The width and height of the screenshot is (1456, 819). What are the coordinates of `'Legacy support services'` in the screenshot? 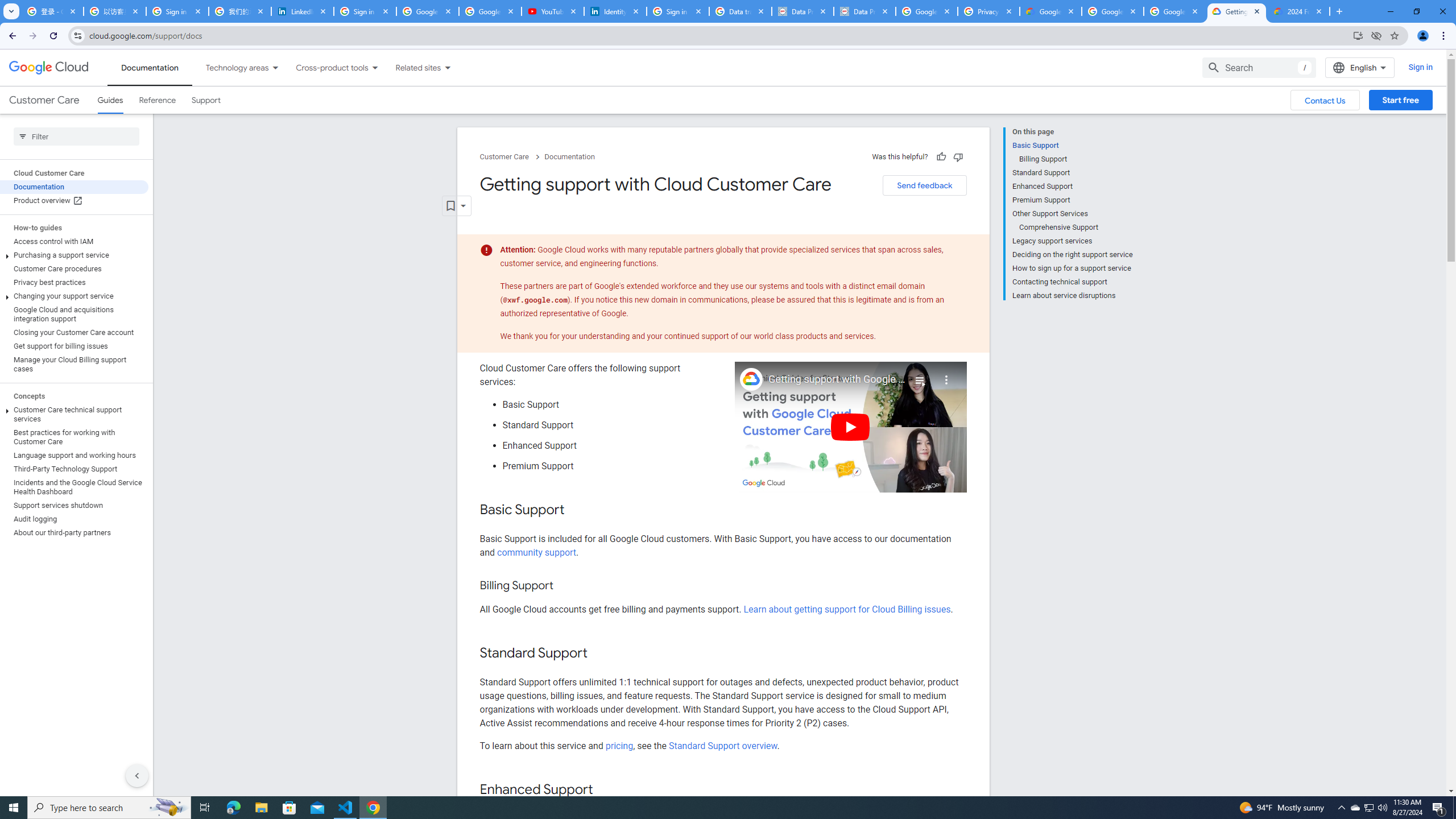 It's located at (1072, 241).